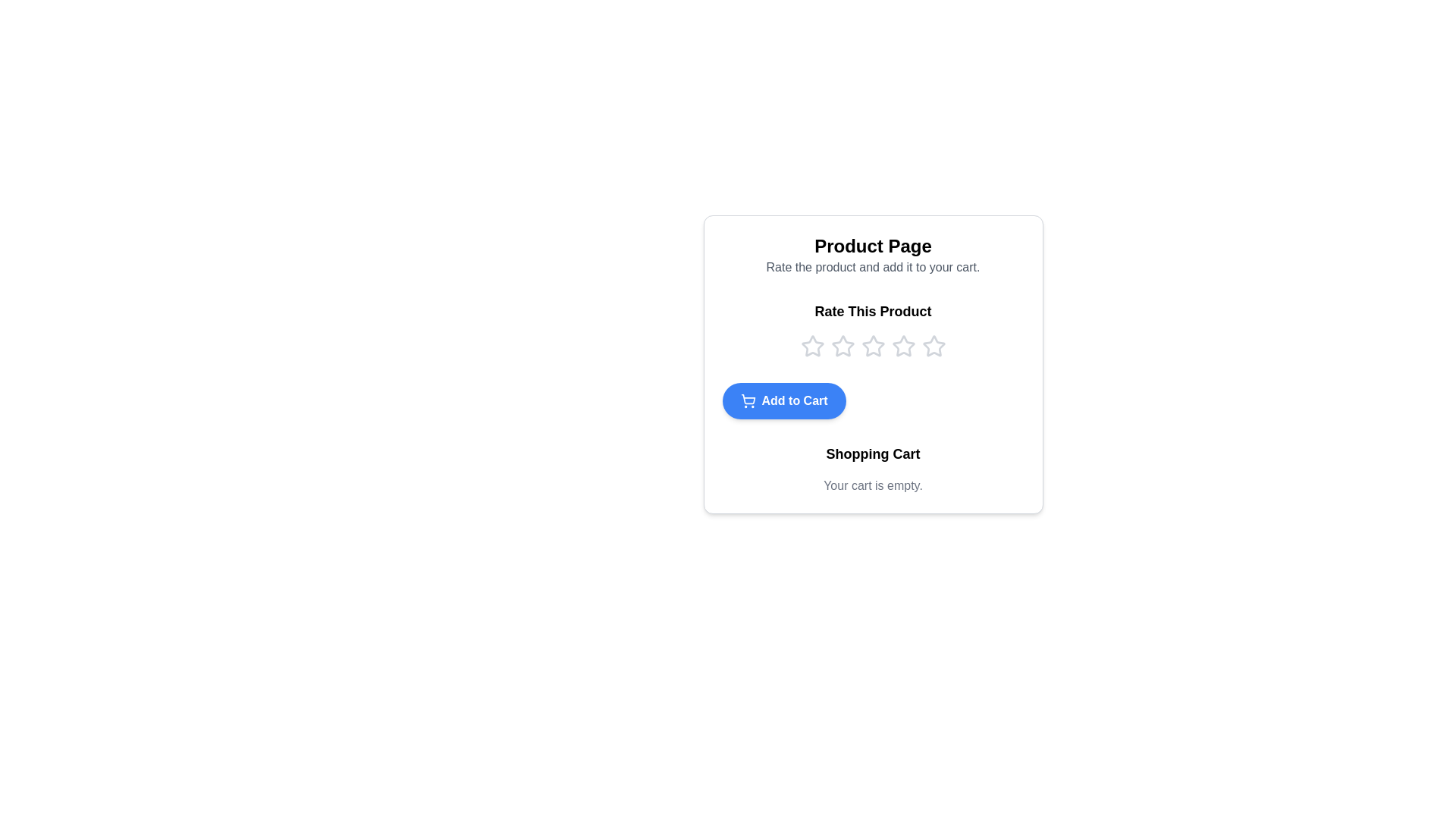 The image size is (1456, 819). What do you see at coordinates (903, 346) in the screenshot?
I see `the third star rating icon` at bounding box center [903, 346].